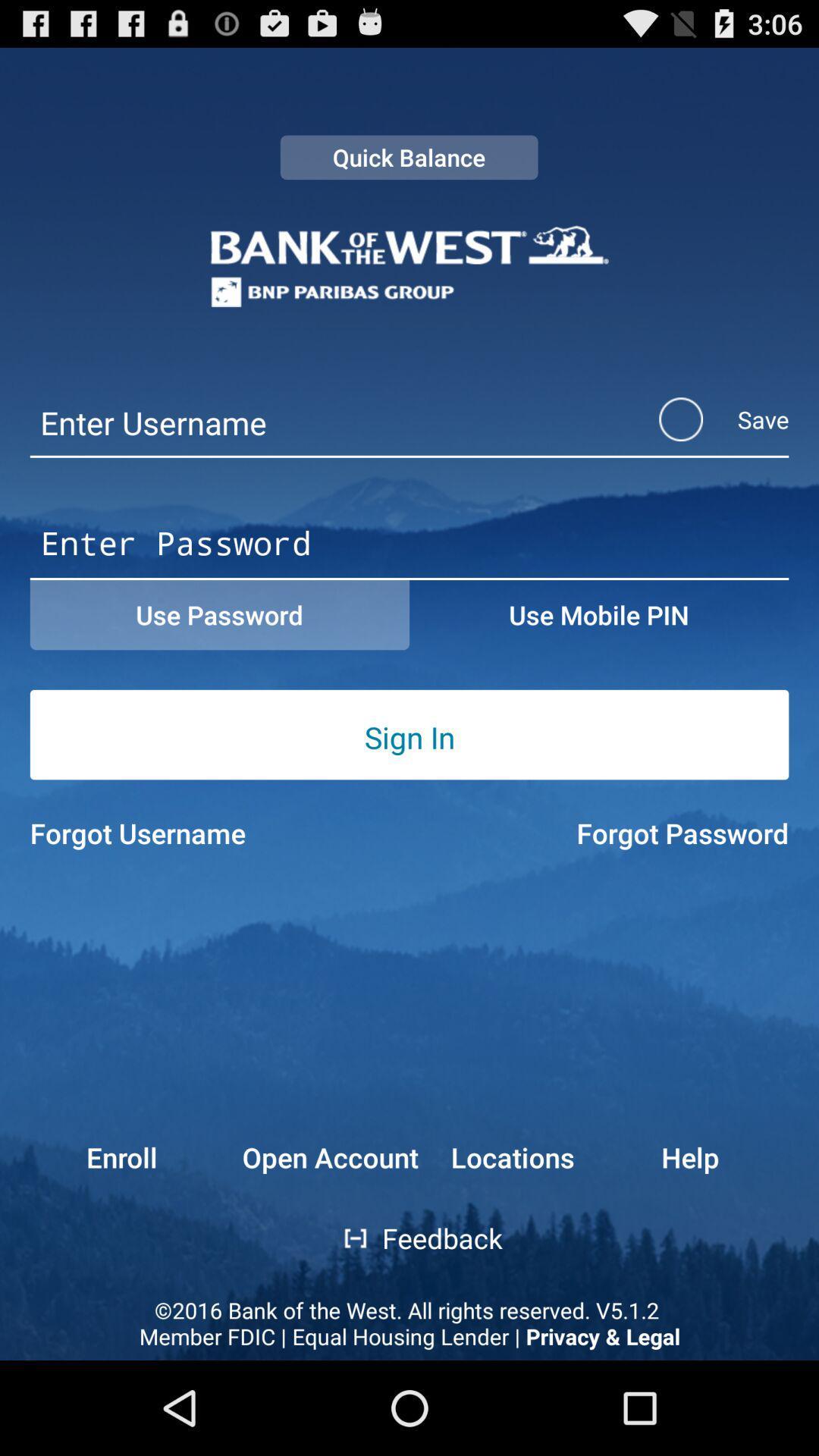 The height and width of the screenshot is (1456, 819). I want to click on the icon to the left of the feedback, so click(345, 1238).